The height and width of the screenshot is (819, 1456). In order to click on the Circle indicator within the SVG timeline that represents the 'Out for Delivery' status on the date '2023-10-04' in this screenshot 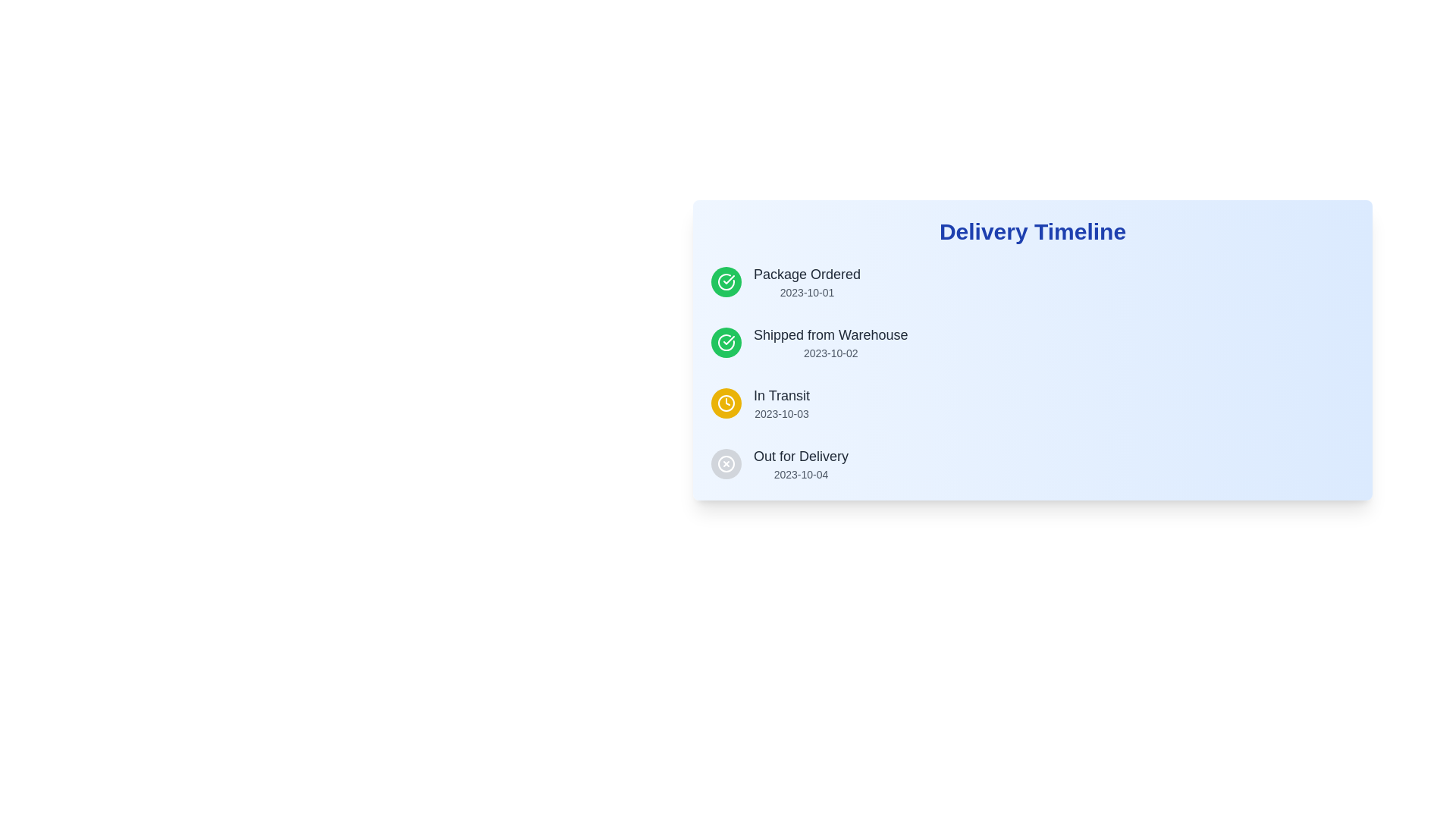, I will do `click(726, 463)`.